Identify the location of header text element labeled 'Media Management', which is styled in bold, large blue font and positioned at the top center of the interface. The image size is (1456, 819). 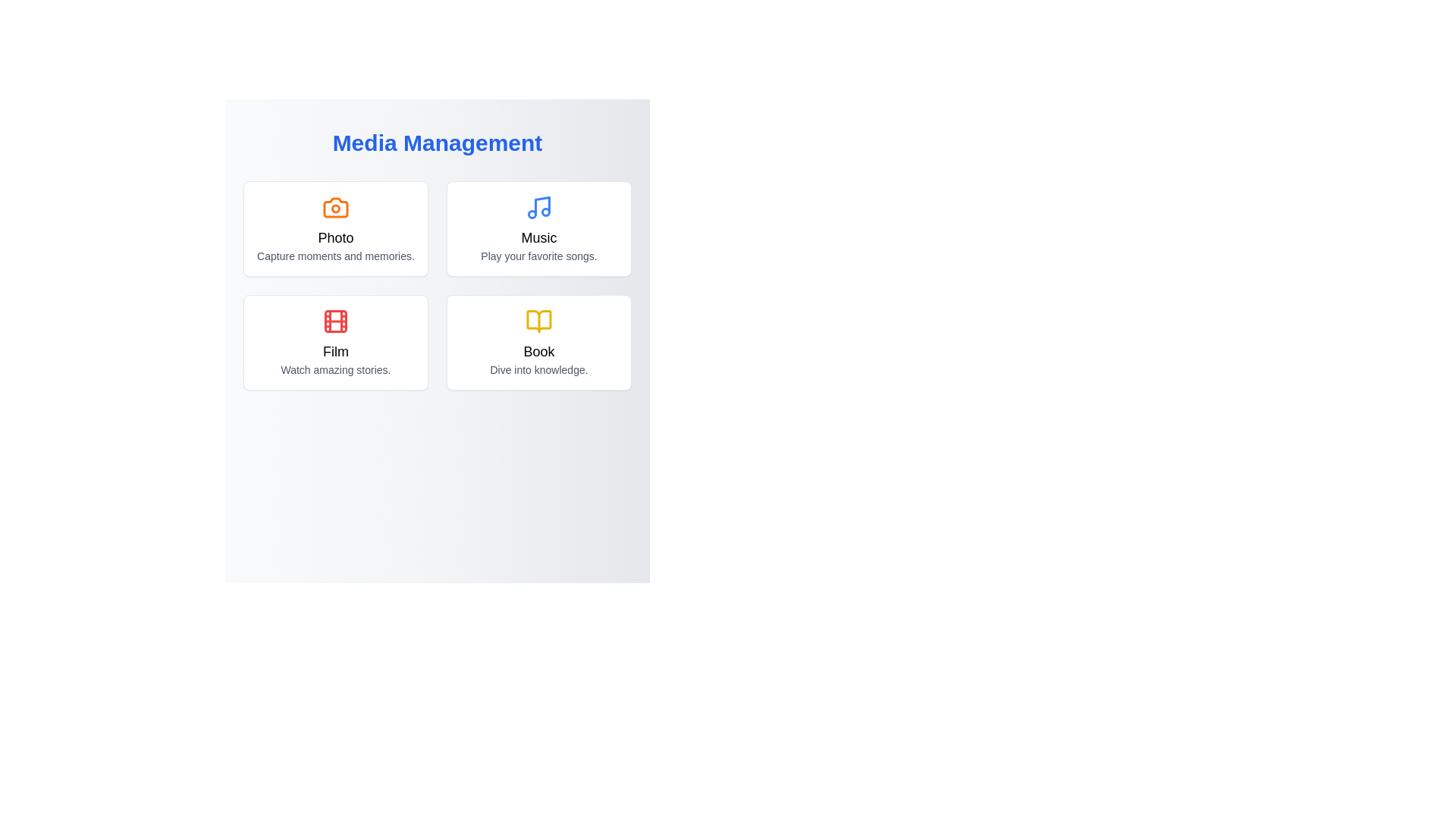
(436, 143).